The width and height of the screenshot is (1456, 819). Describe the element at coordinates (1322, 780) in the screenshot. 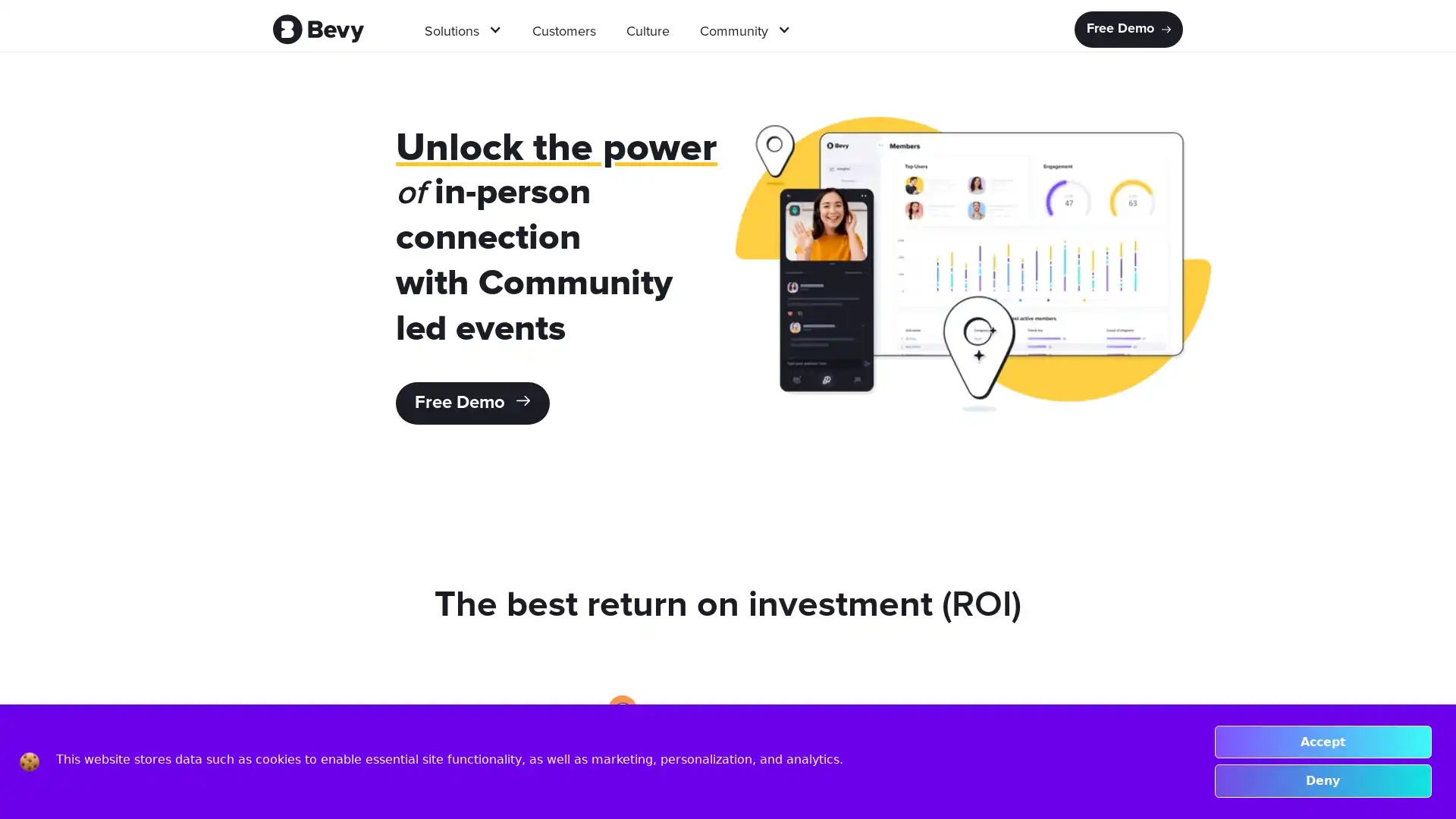

I see `Deny` at that location.